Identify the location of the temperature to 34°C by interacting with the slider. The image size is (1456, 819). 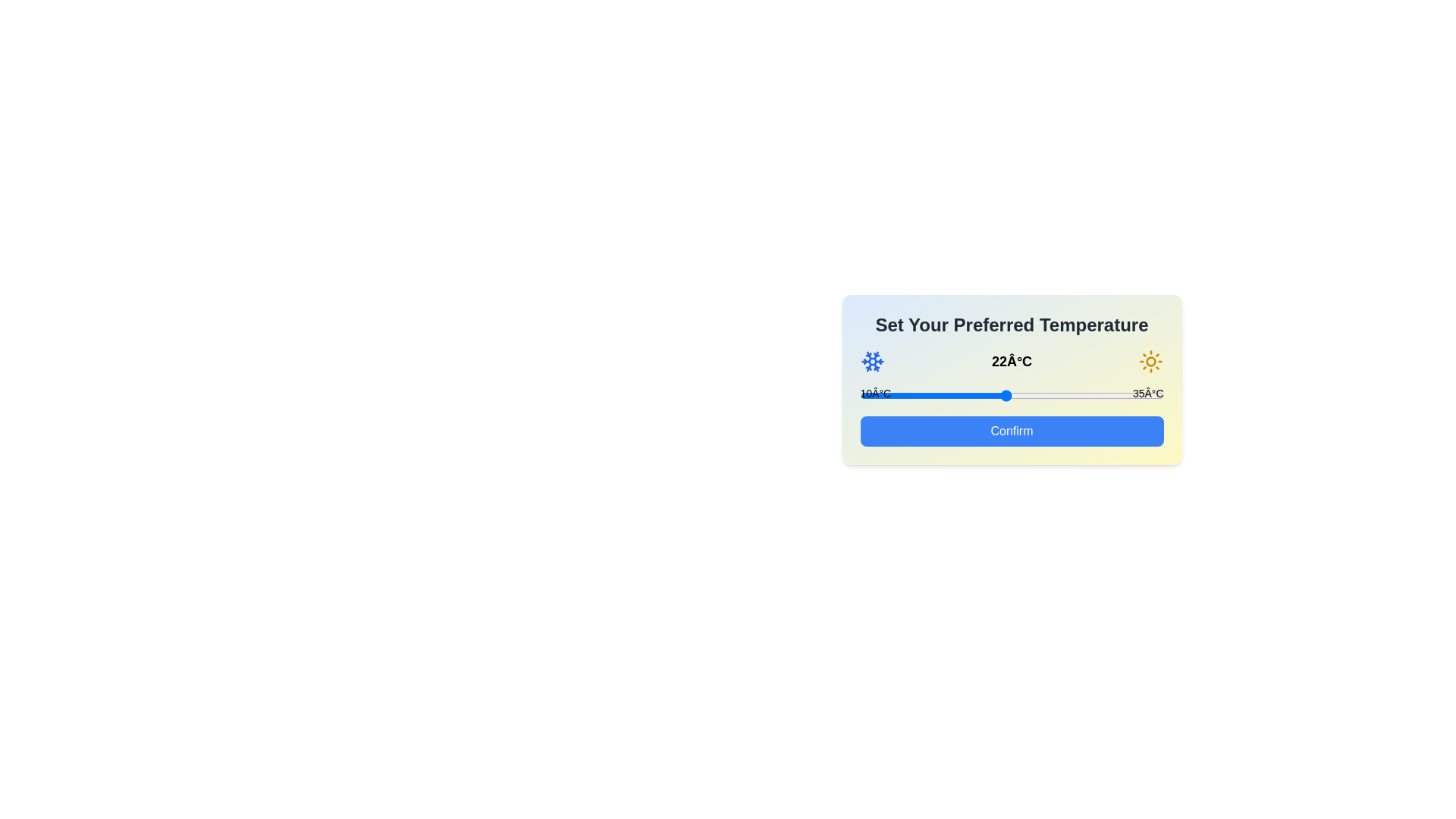
(1151, 394).